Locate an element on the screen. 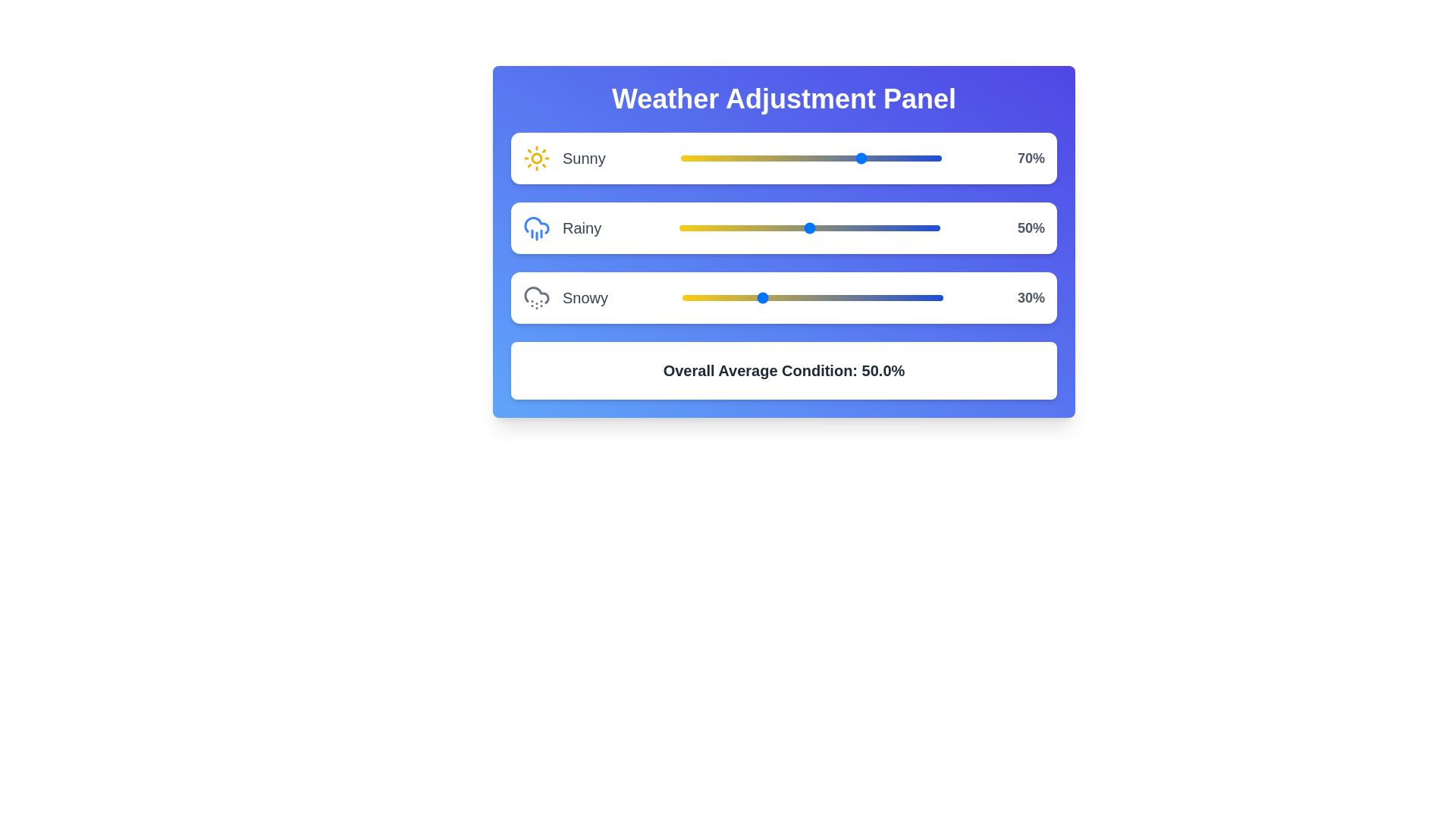 This screenshot has height=819, width=1456. the text label displaying '70%' which is styled with a bold font and gray color, located at the top-right side of the weather adjustment panel, aligned with the slider component in the same row labeled 'Sunny' is located at coordinates (1031, 158).